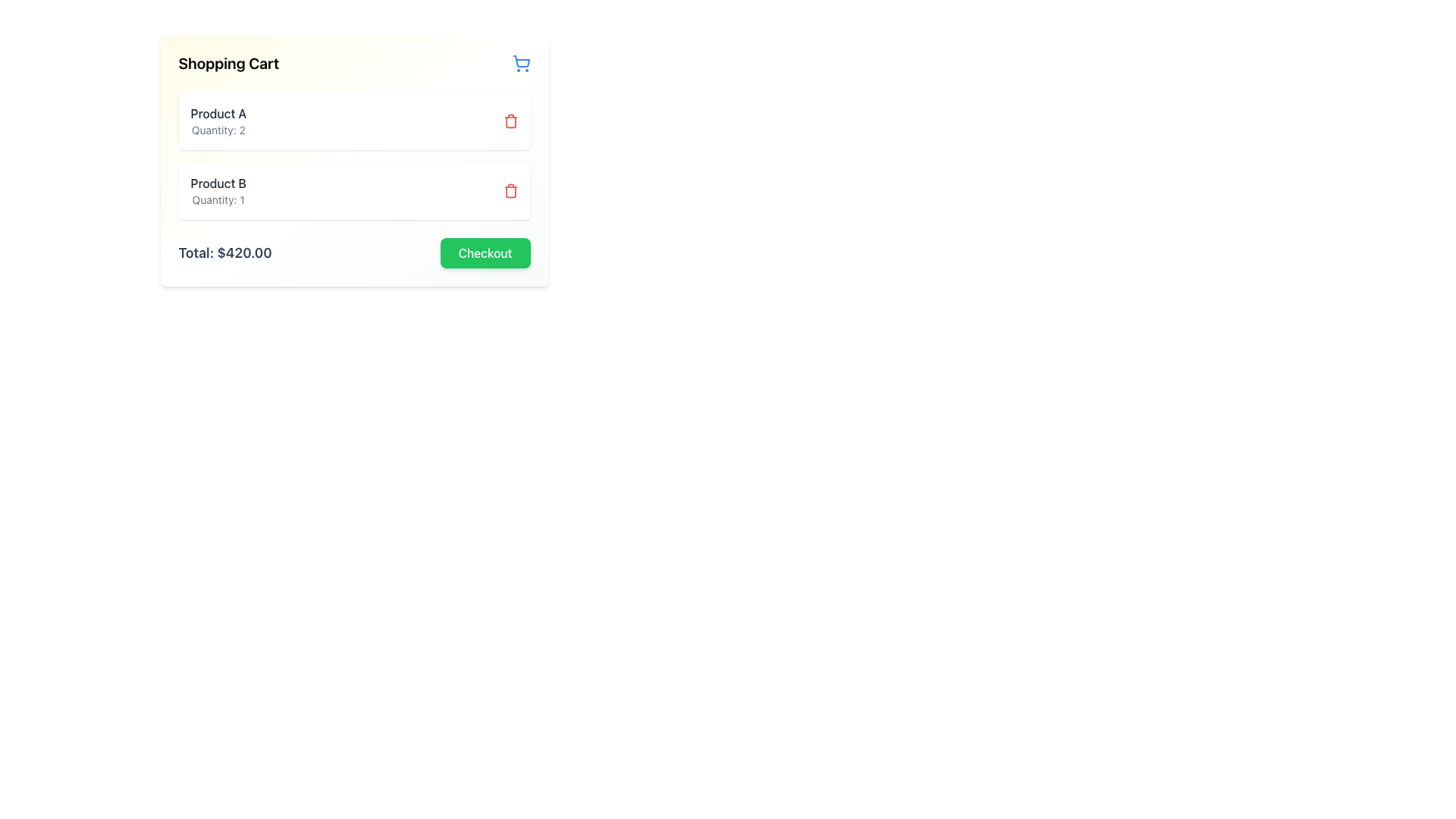 This screenshot has width=1456, height=819. Describe the element at coordinates (484, 253) in the screenshot. I see `the 'Checkout' button with rounded corners and a green background` at that location.